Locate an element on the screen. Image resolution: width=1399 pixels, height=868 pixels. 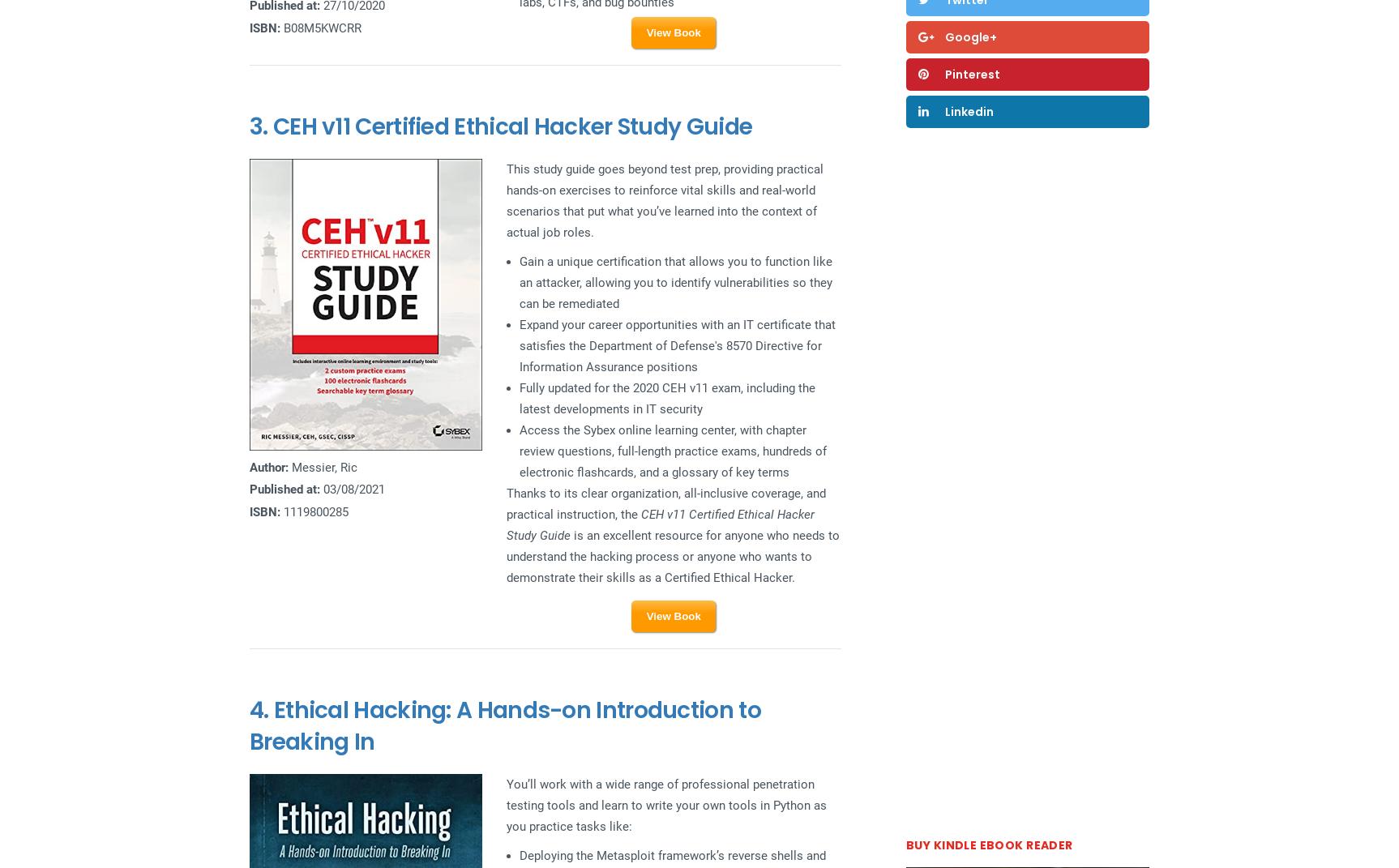
'03/08/2021' is located at coordinates (351, 490).